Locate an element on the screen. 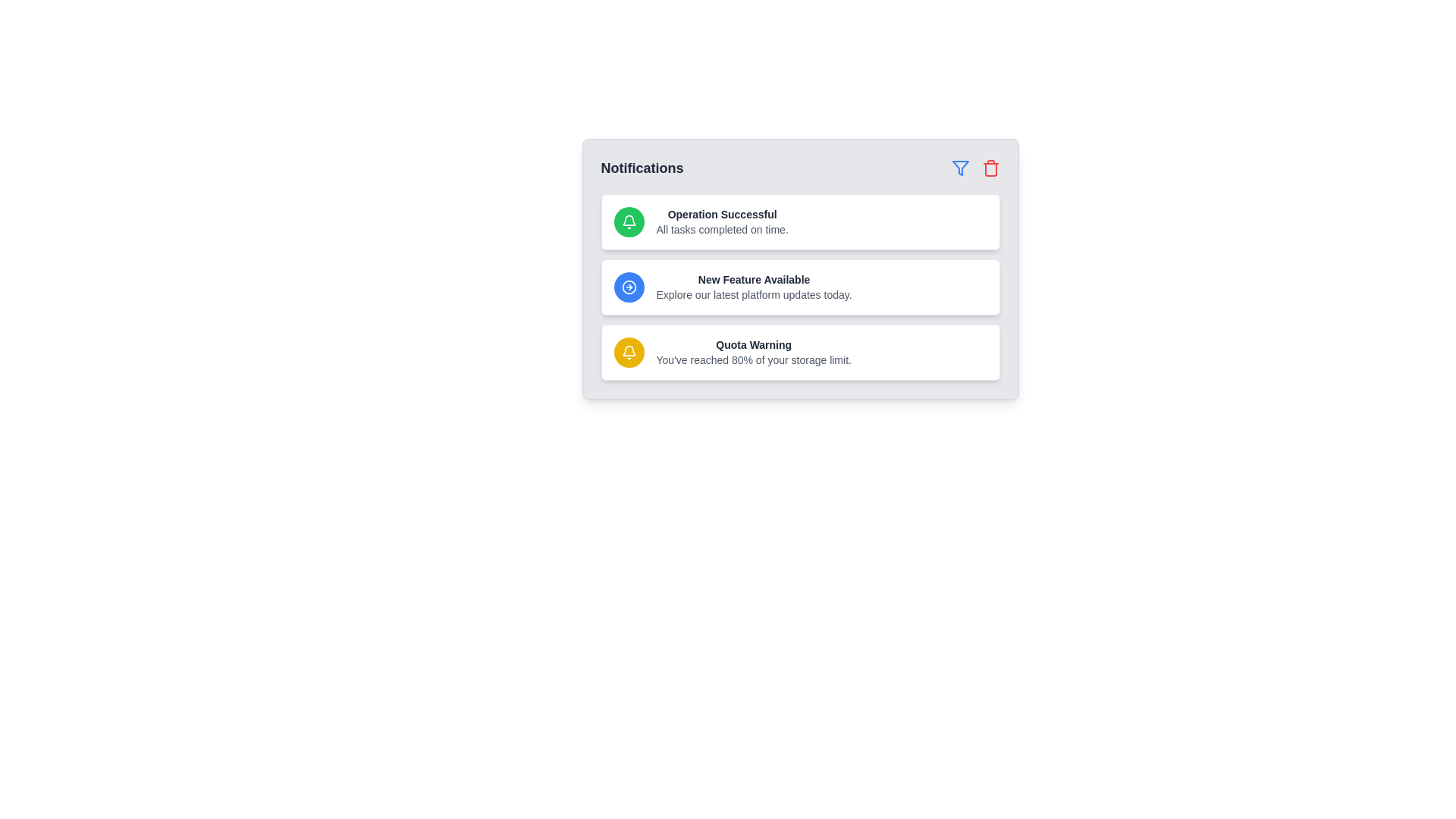  the text label that says 'All tasks completed on time.' located directly below 'Operation Successful' in the first notification block of the notifications panel is located at coordinates (721, 230).